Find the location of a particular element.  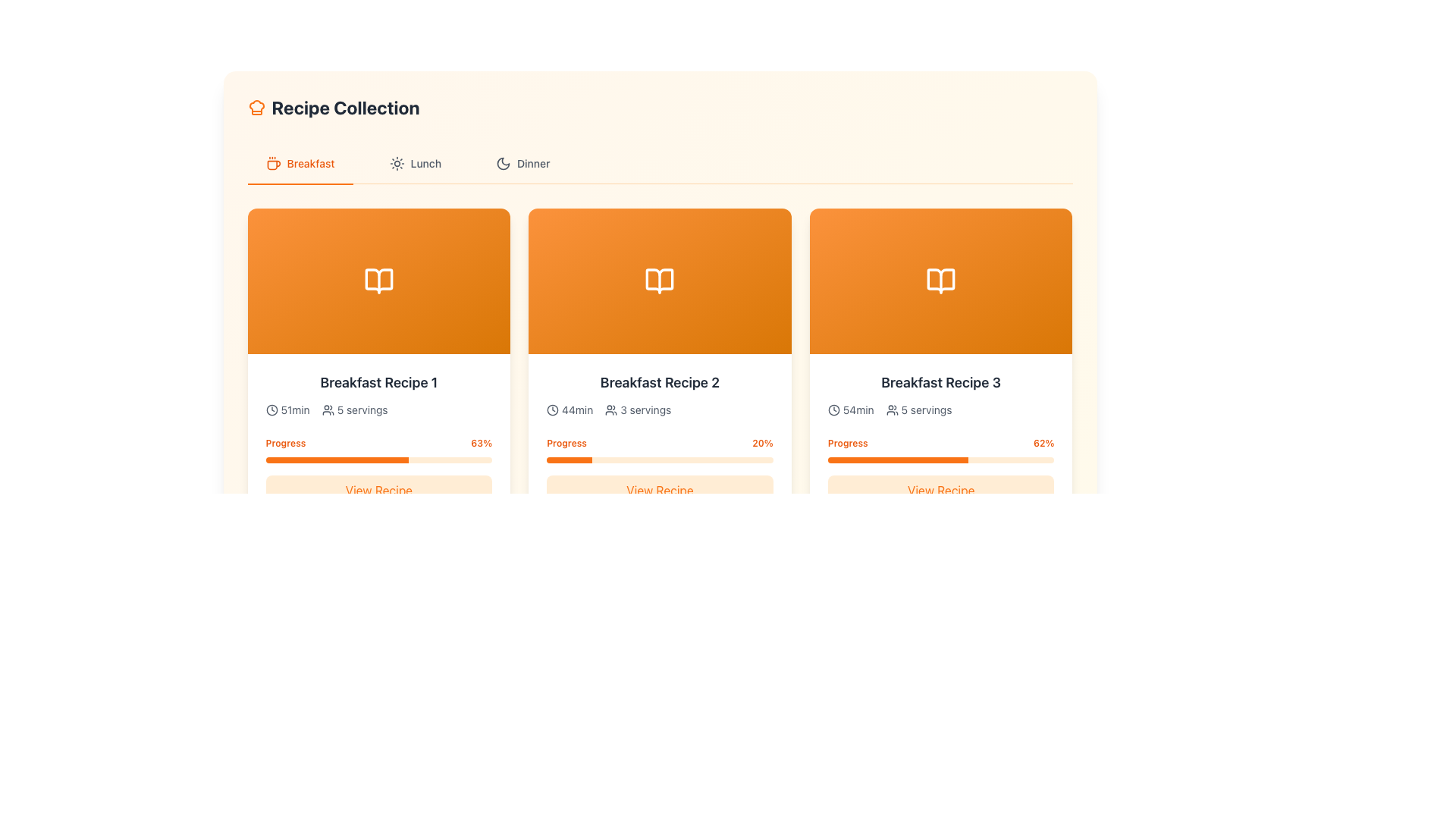

the 'Progress' text label, which is displayed in small, bold, orange text and is positioned above the progress bar in the second card of a horizontal row of three cards is located at coordinates (566, 444).